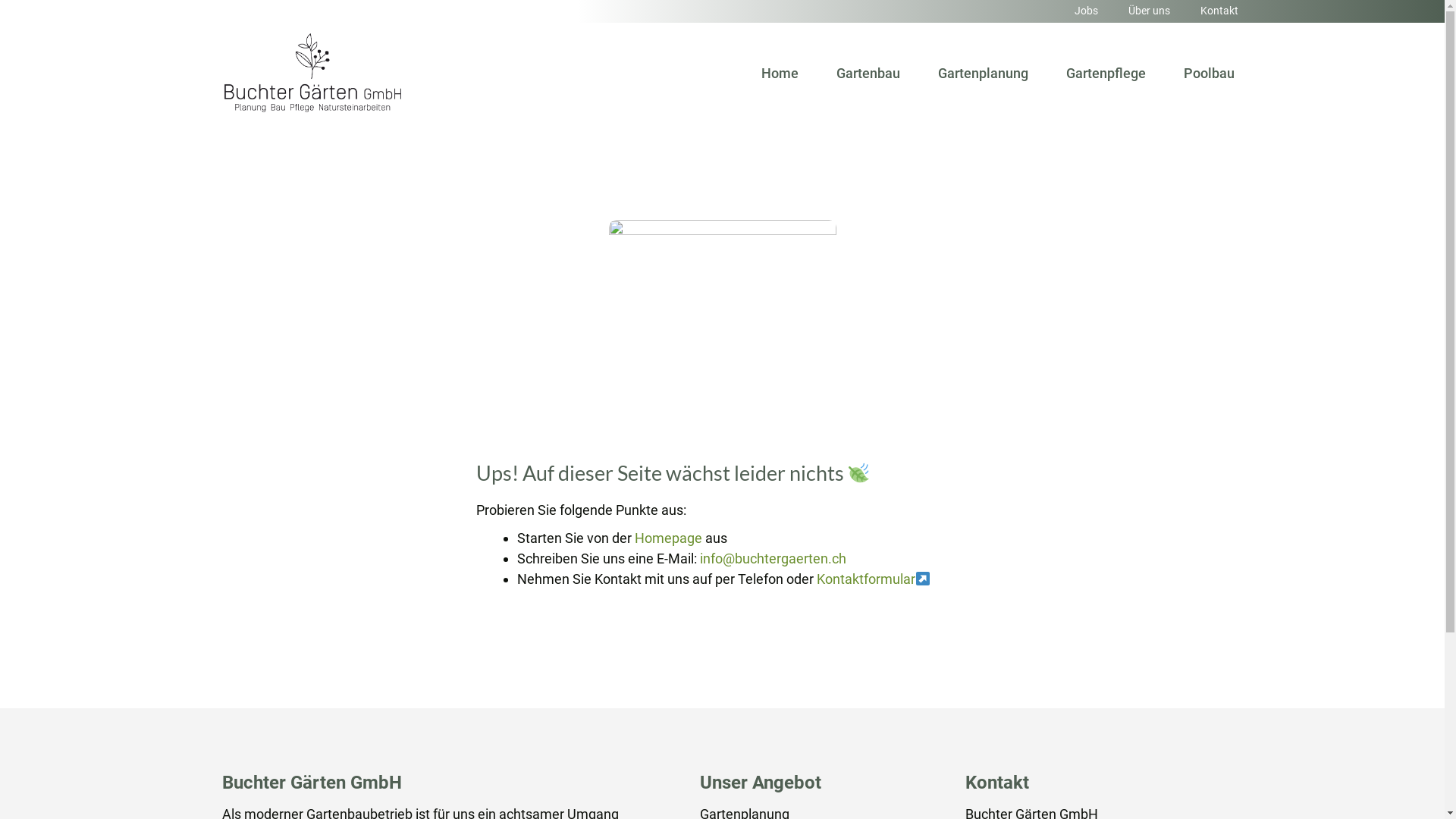  I want to click on 'Kontaktformular', so click(865, 579).